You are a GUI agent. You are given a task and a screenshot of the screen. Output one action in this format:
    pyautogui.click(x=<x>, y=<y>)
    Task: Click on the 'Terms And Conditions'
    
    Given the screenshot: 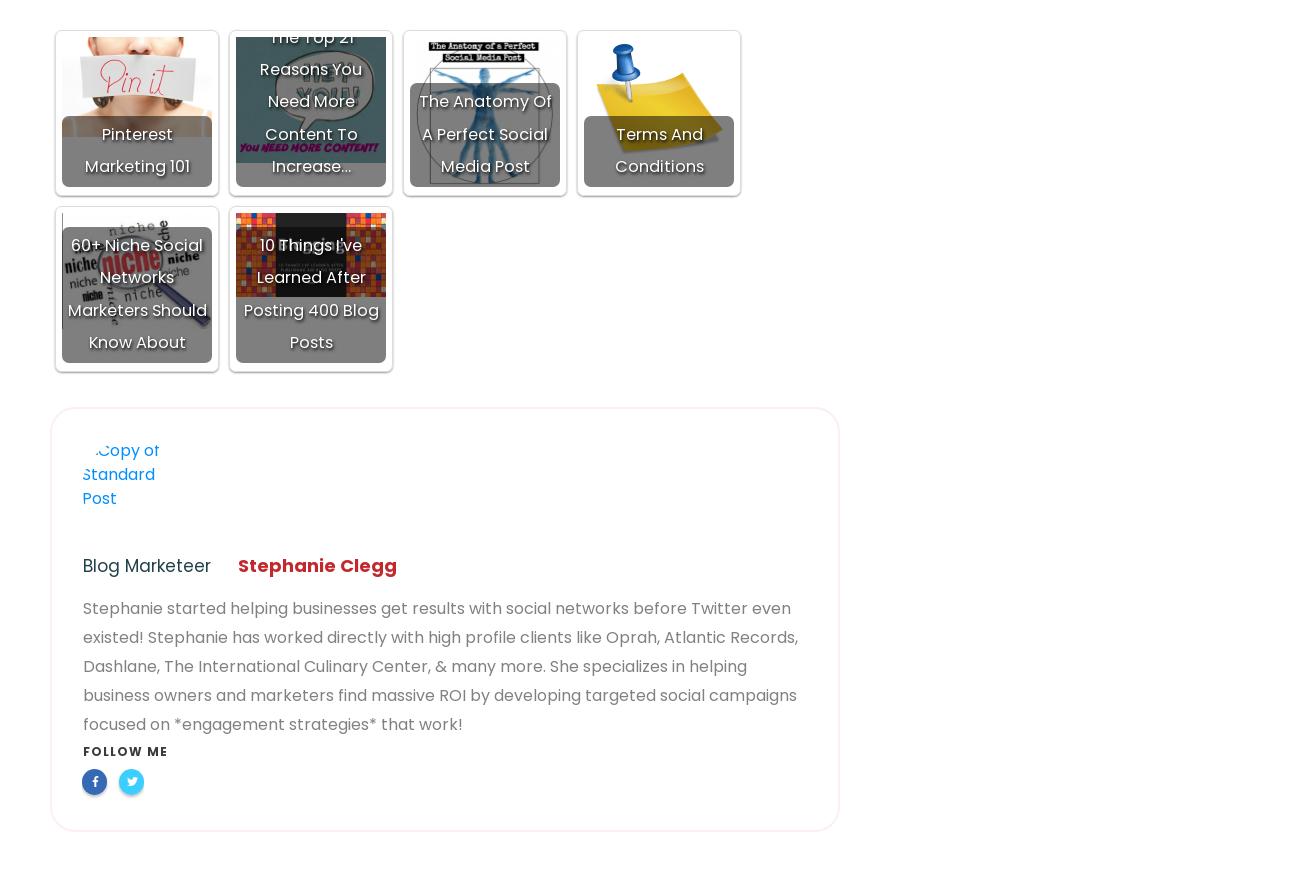 What is the action you would take?
    pyautogui.click(x=657, y=150)
    